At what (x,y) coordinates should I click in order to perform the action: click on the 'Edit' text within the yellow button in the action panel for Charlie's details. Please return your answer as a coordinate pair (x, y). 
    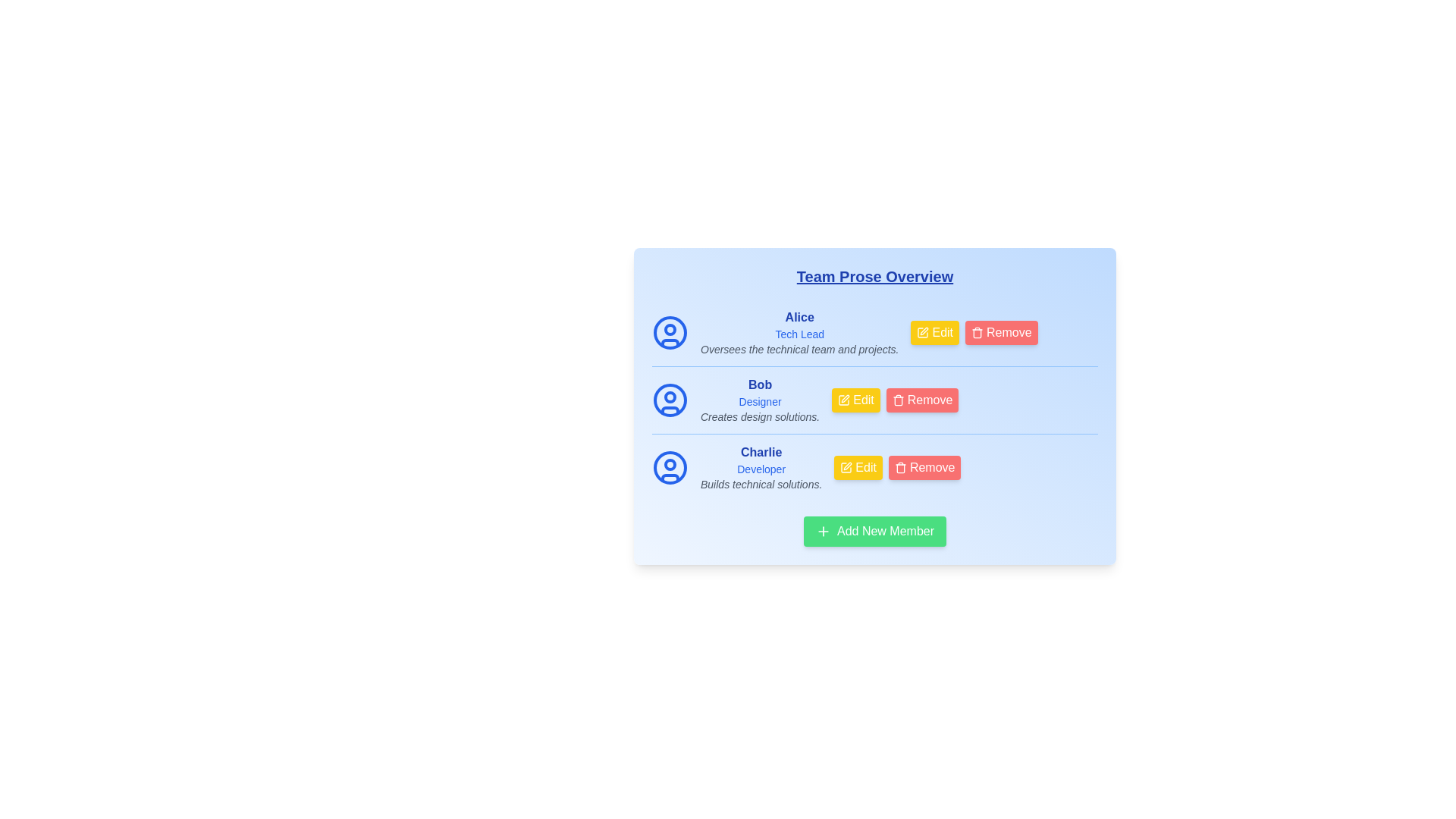
    Looking at the image, I should click on (864, 467).